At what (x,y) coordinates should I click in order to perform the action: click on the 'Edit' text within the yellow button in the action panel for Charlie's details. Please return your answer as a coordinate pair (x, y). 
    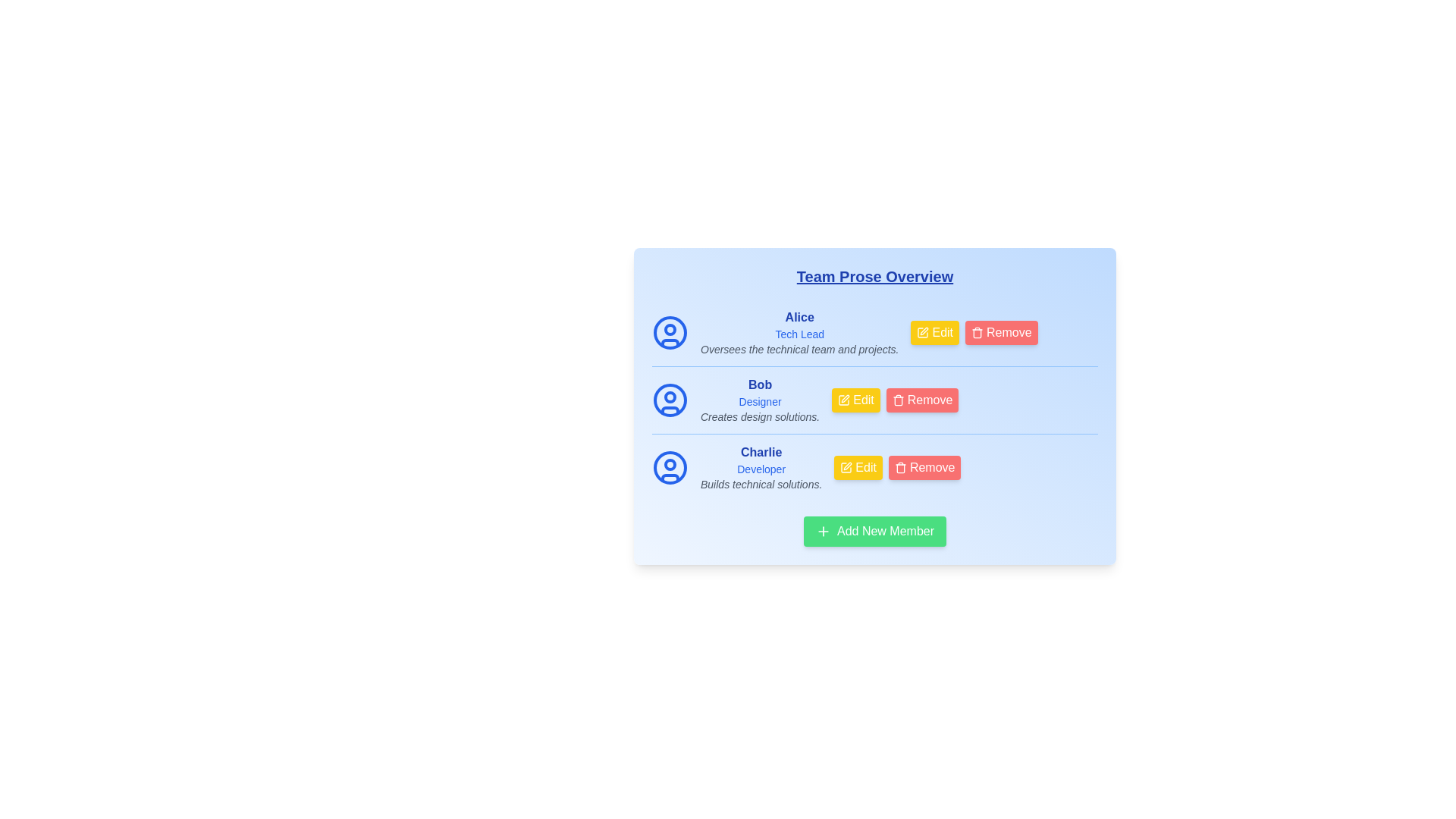
    Looking at the image, I should click on (864, 467).